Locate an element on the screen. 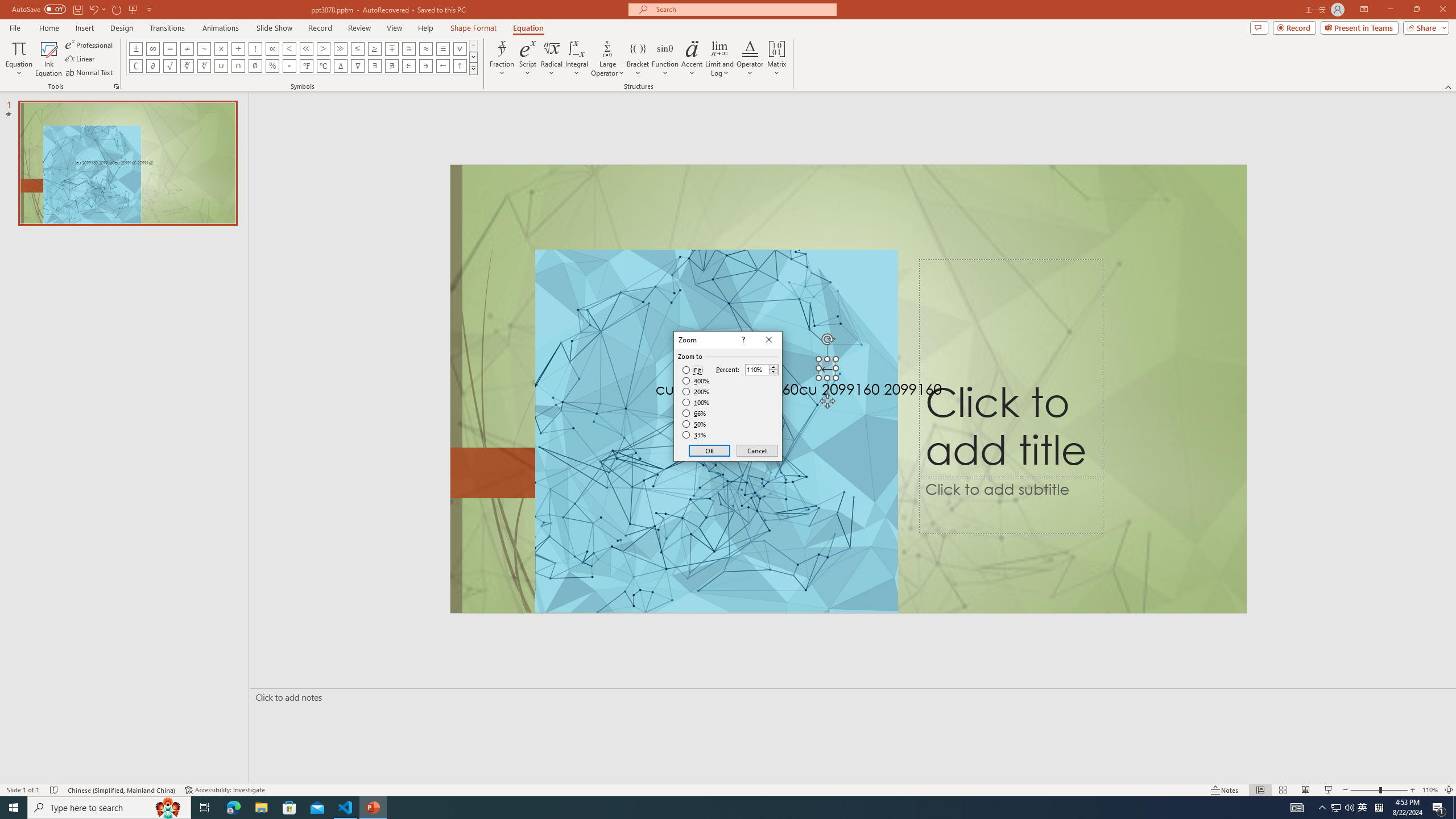 Image resolution: width=1456 pixels, height=819 pixels. 'Large Operator' is located at coordinates (607, 59).